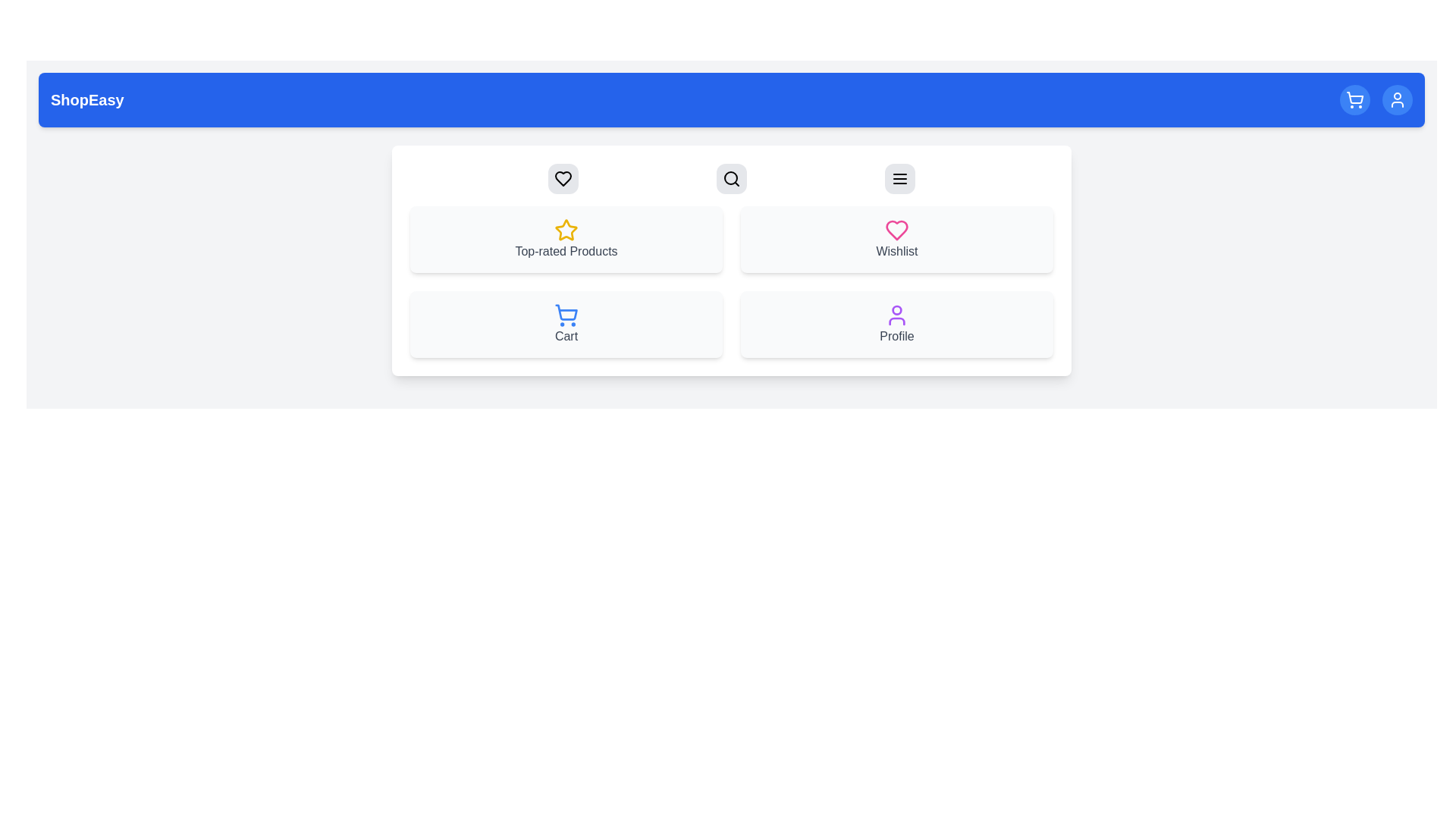  Describe the element at coordinates (566, 230) in the screenshot. I see `the yellow star icon in the 'Top-rated Products' section, which is styled with thin lines and a hollow center, located above the label 'Top-rated Products'` at that location.